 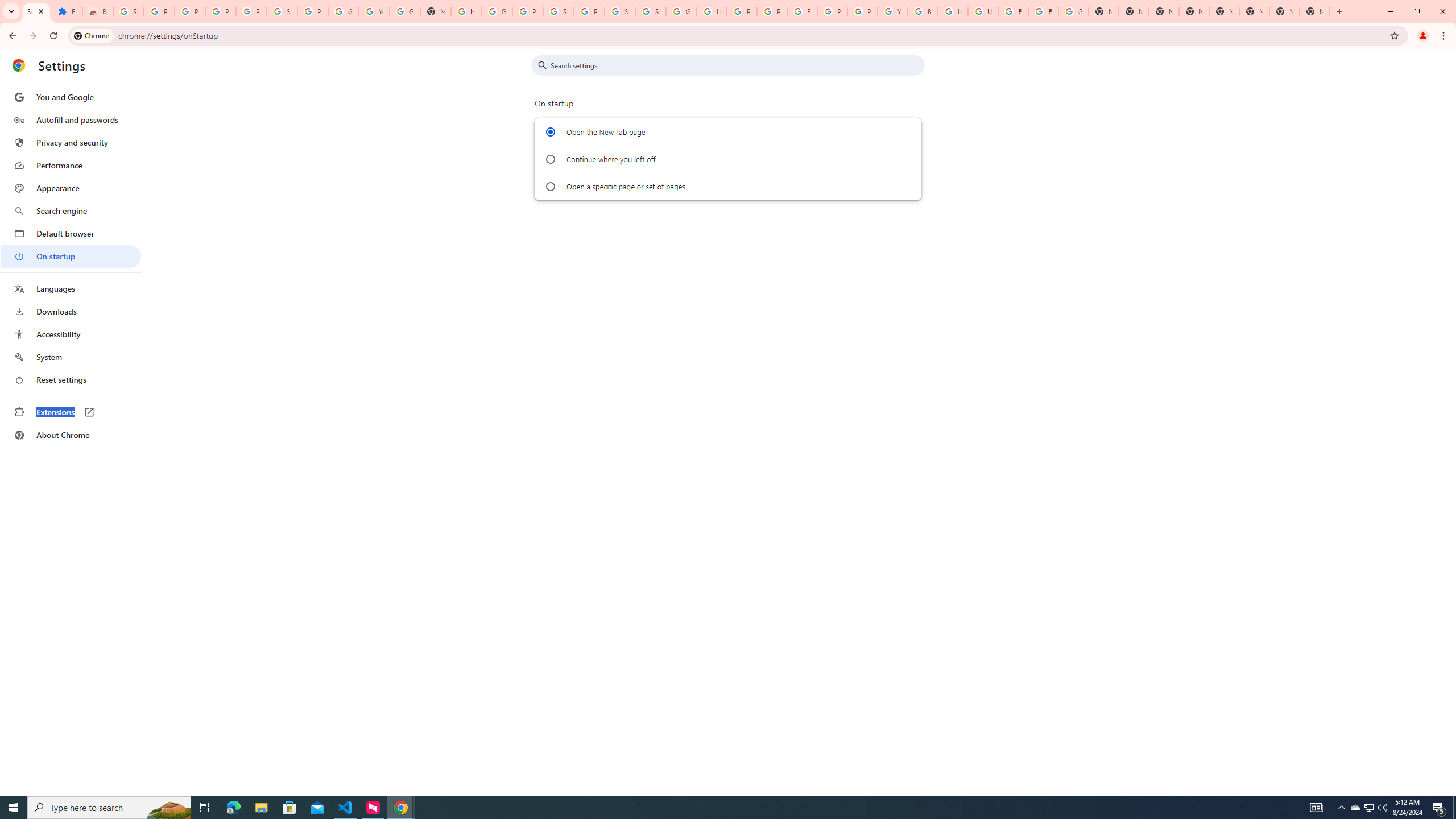 What do you see at coordinates (923, 11) in the screenshot?
I see `'Browse Chrome as a guest - Computer - Google Chrome Help'` at bounding box center [923, 11].